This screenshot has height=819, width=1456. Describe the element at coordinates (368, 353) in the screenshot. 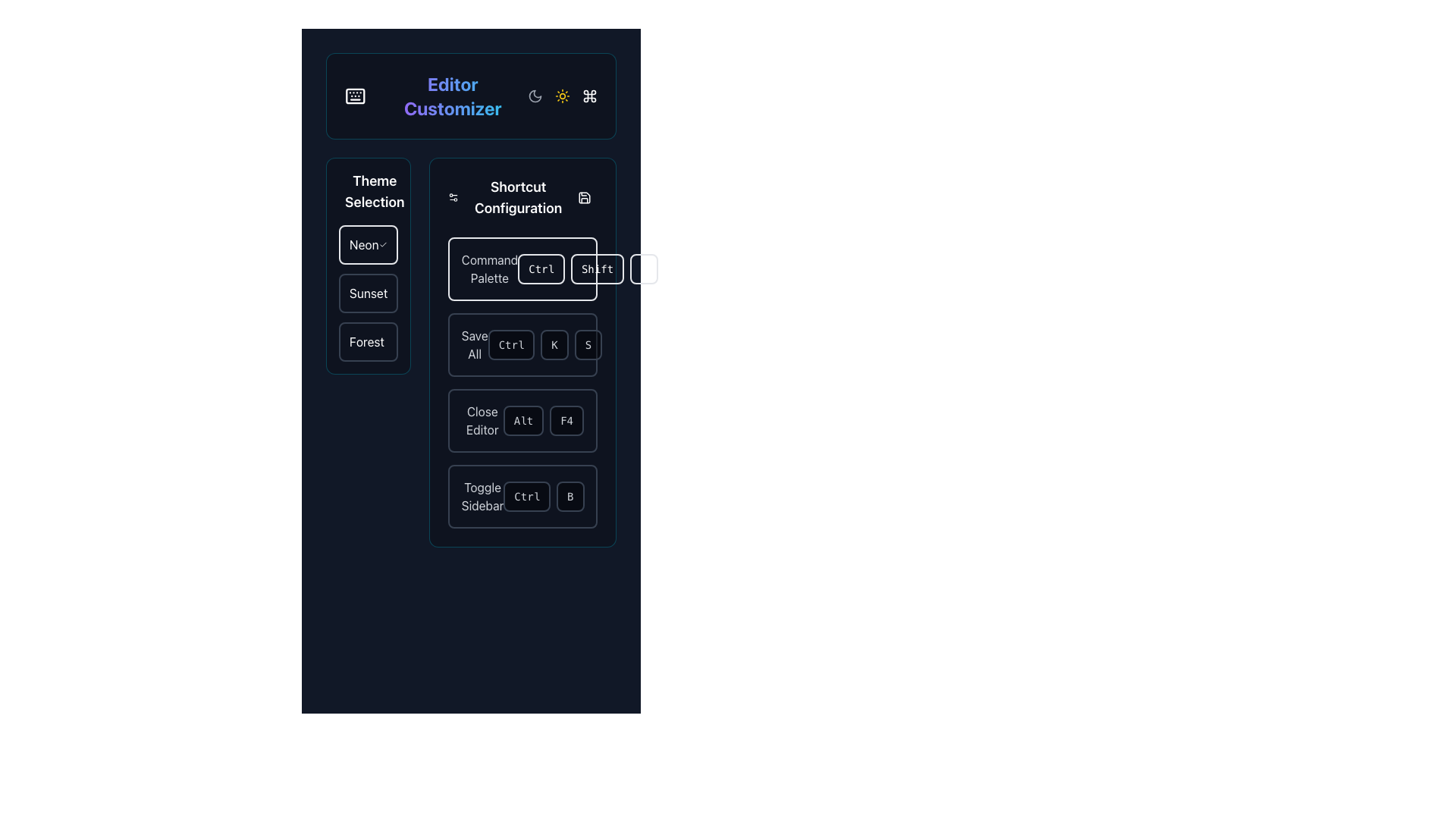

I see `the 'Forest' button in the vertical sidebar menu` at that location.